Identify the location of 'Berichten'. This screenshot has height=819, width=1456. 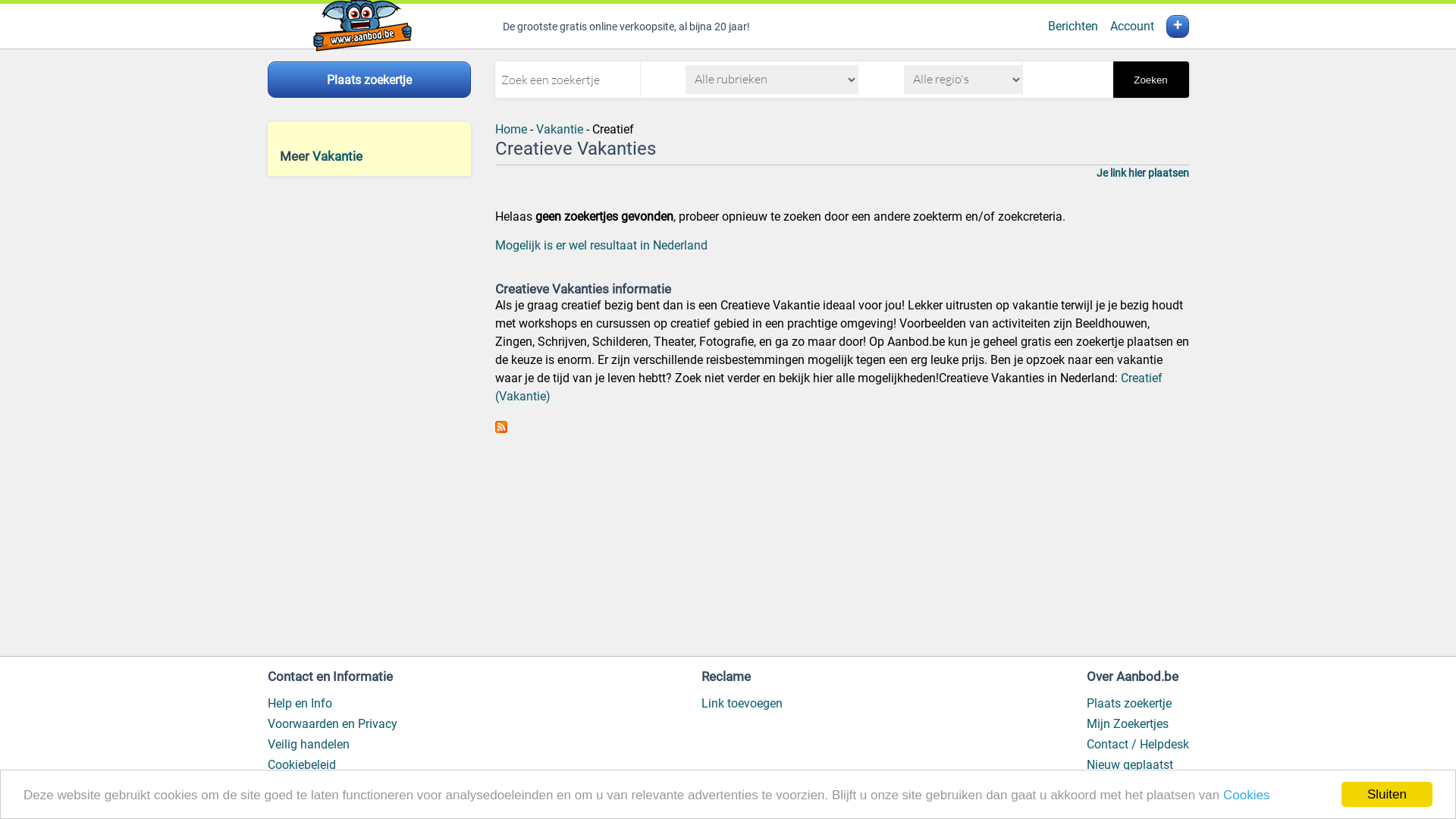
(1072, 26).